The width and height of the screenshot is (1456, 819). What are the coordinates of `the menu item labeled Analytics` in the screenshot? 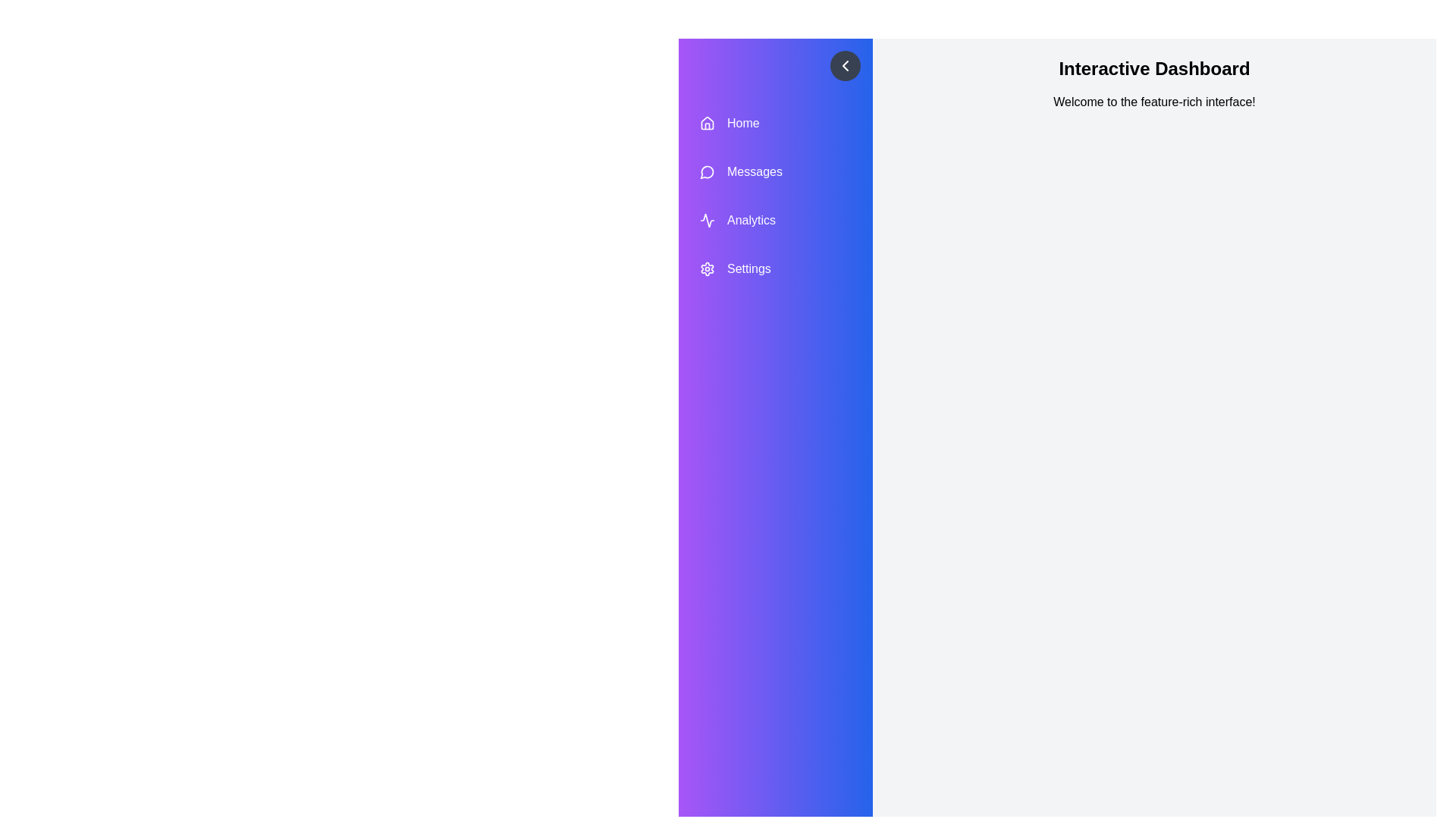 It's located at (775, 220).